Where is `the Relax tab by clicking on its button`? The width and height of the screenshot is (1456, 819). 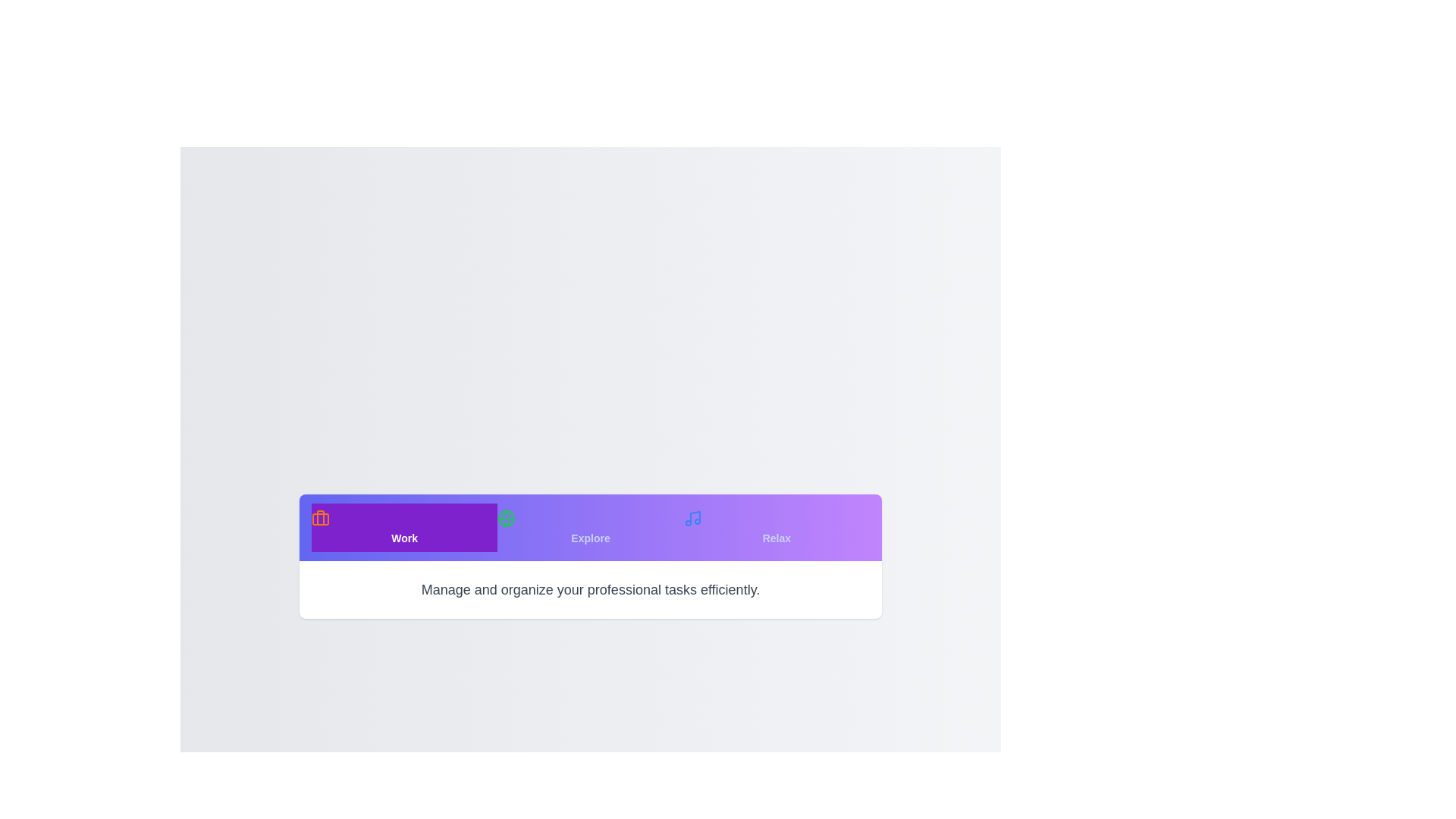 the Relax tab by clicking on its button is located at coordinates (777, 526).